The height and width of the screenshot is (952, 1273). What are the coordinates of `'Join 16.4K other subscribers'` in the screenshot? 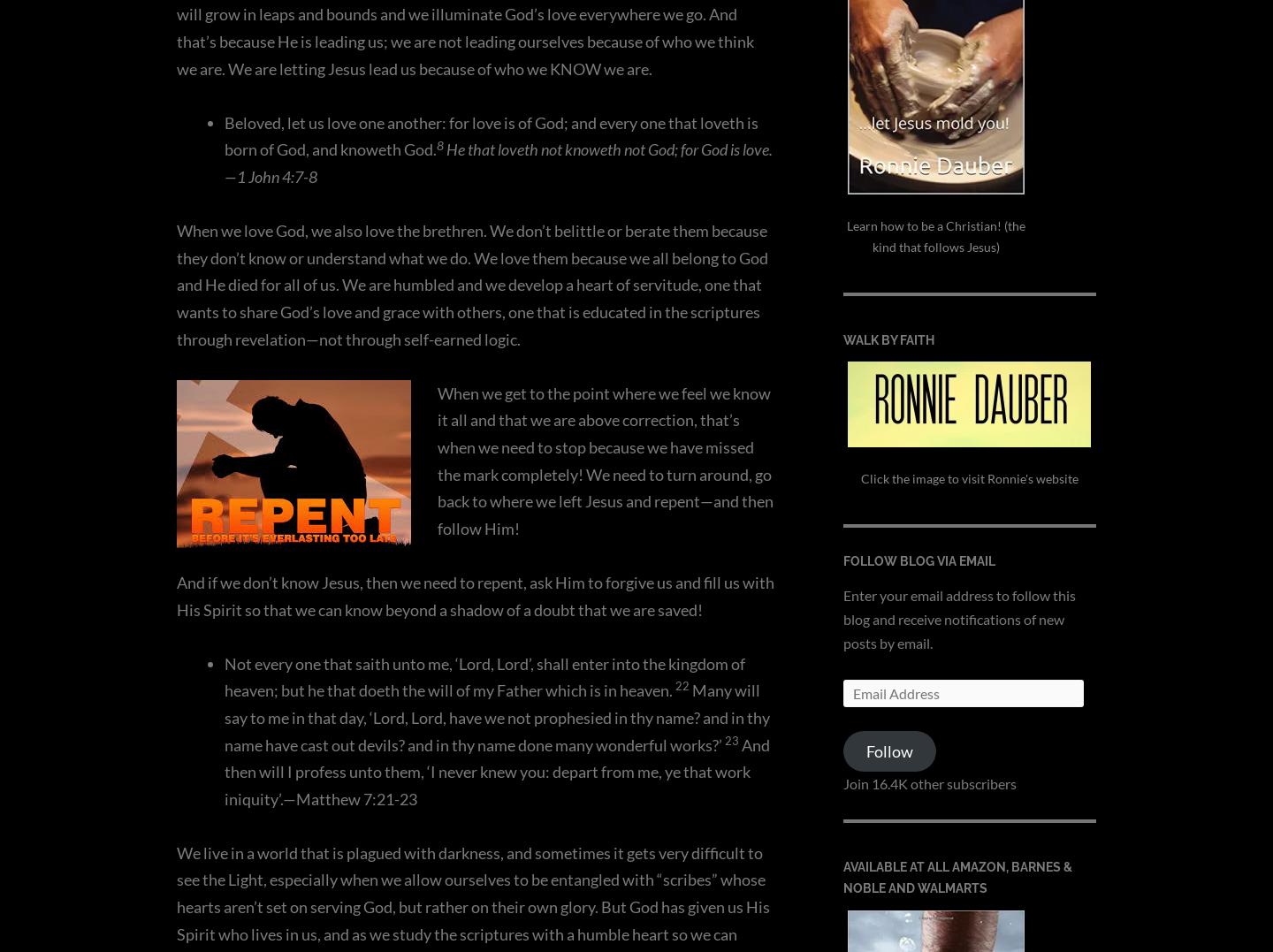 It's located at (930, 782).